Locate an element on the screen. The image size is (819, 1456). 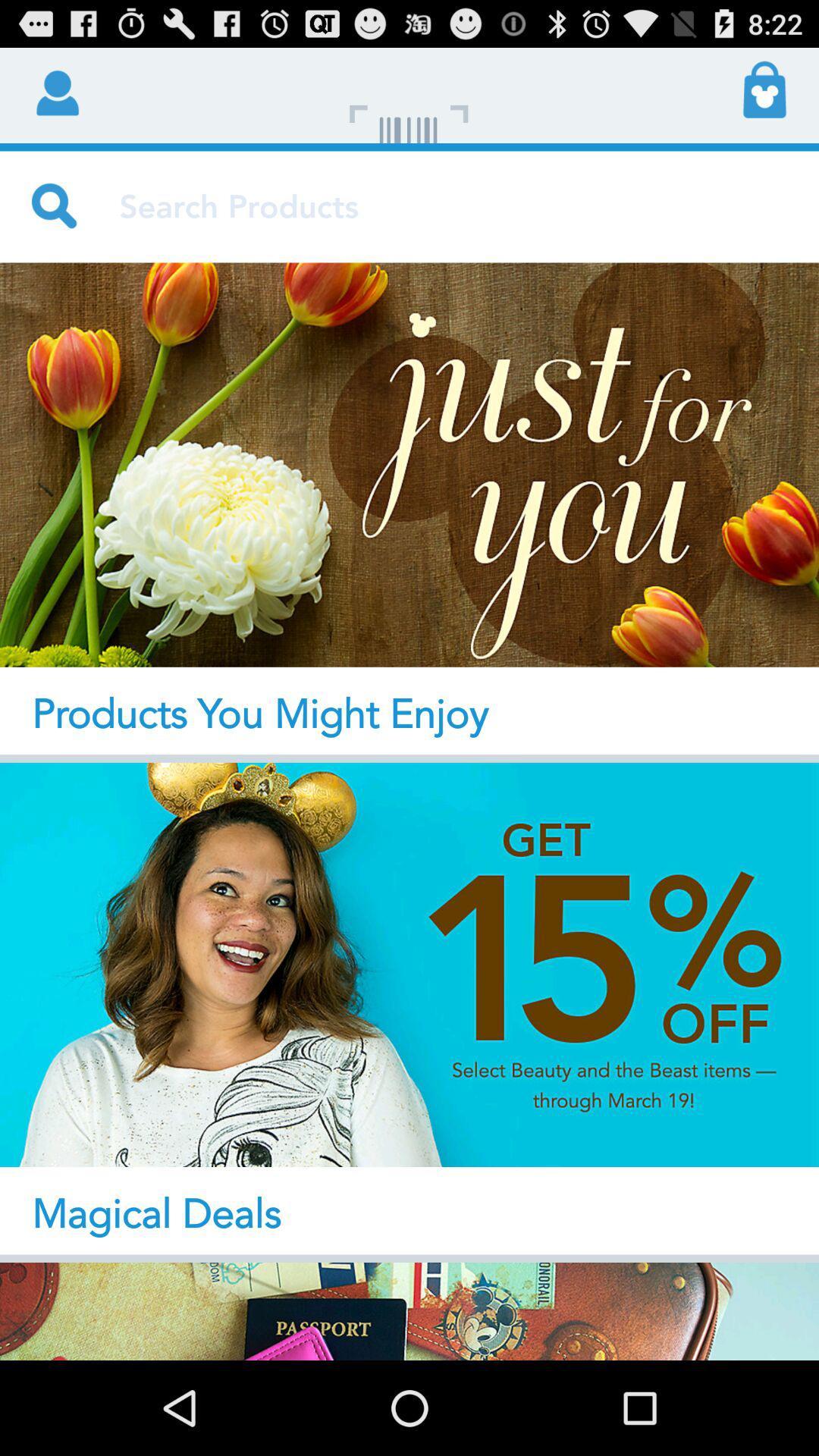
item at the top left corner is located at coordinates (55, 90).